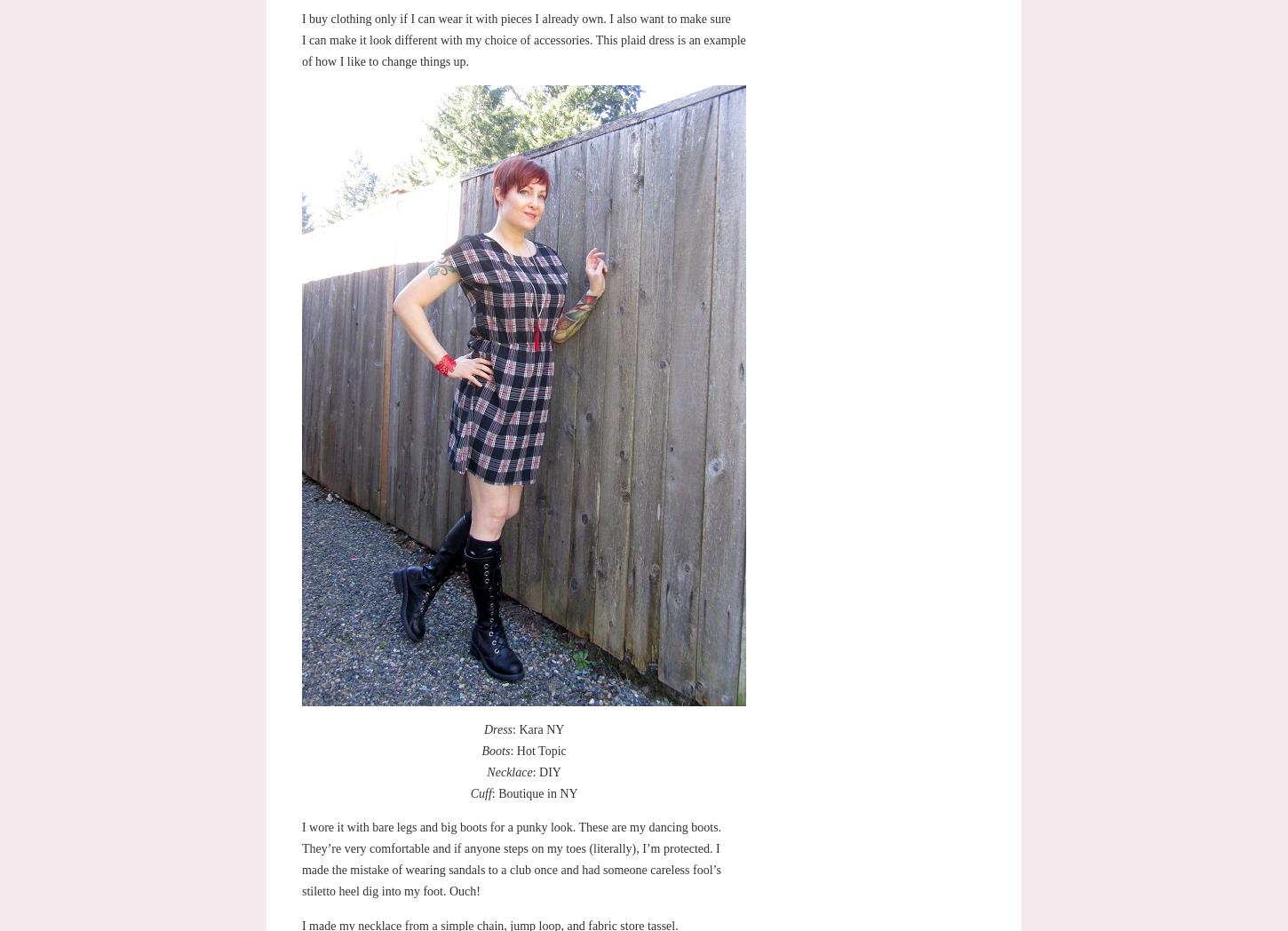 This screenshot has height=931, width=1288. What do you see at coordinates (511, 857) in the screenshot?
I see `'I wore it with bare legs and big boots for a punky look. These are my dancing boots. They’re very comfortable and if anyone steps on my toes (literally), I’m protected. I made the mistake of wearing sandals to a club once and had someone careless fool’s stiletto heel dig into my foot. Ouch!'` at bounding box center [511, 857].